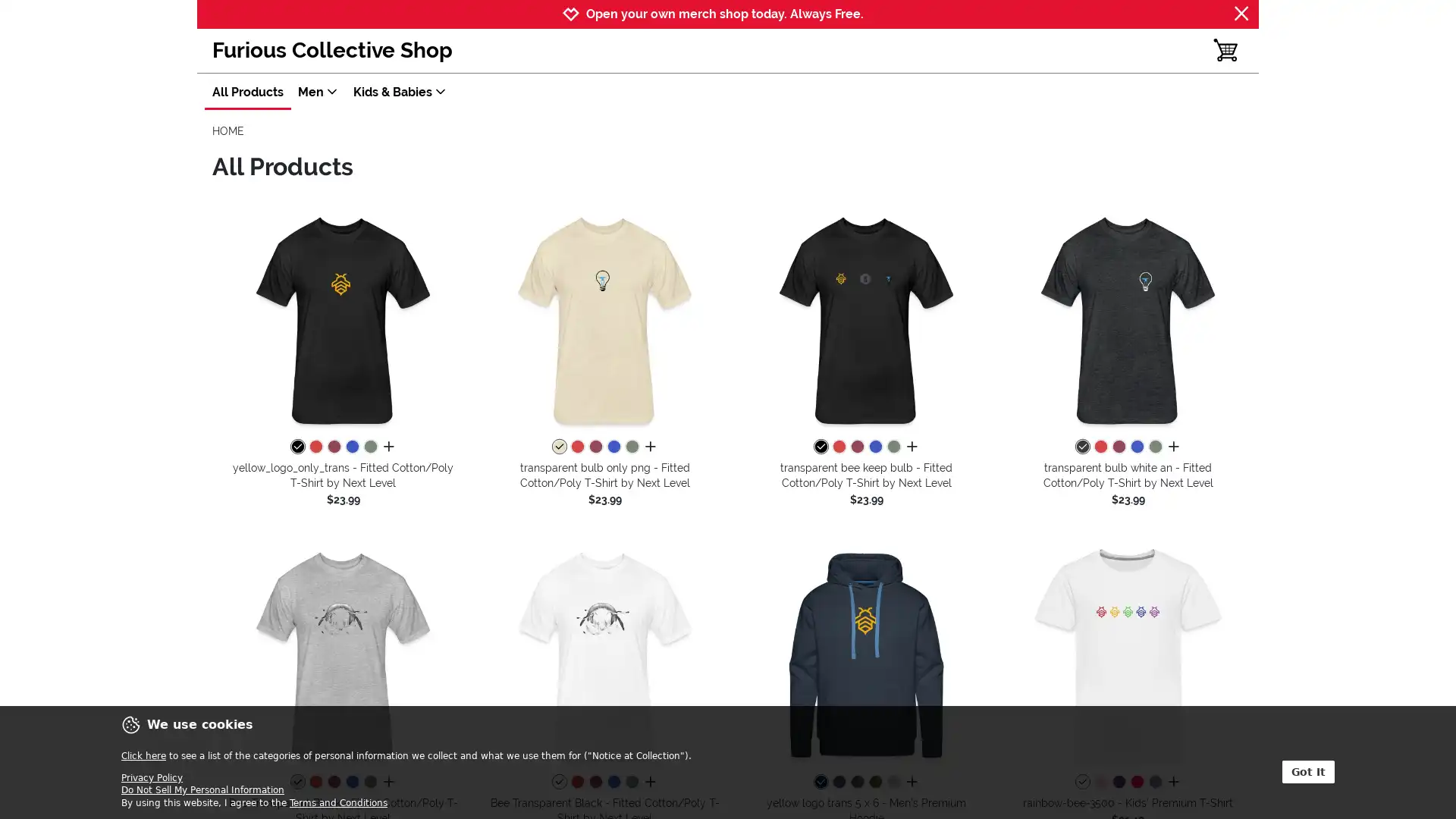 The width and height of the screenshot is (1456, 819). What do you see at coordinates (595, 447) in the screenshot?
I see `heather burgundy` at bounding box center [595, 447].